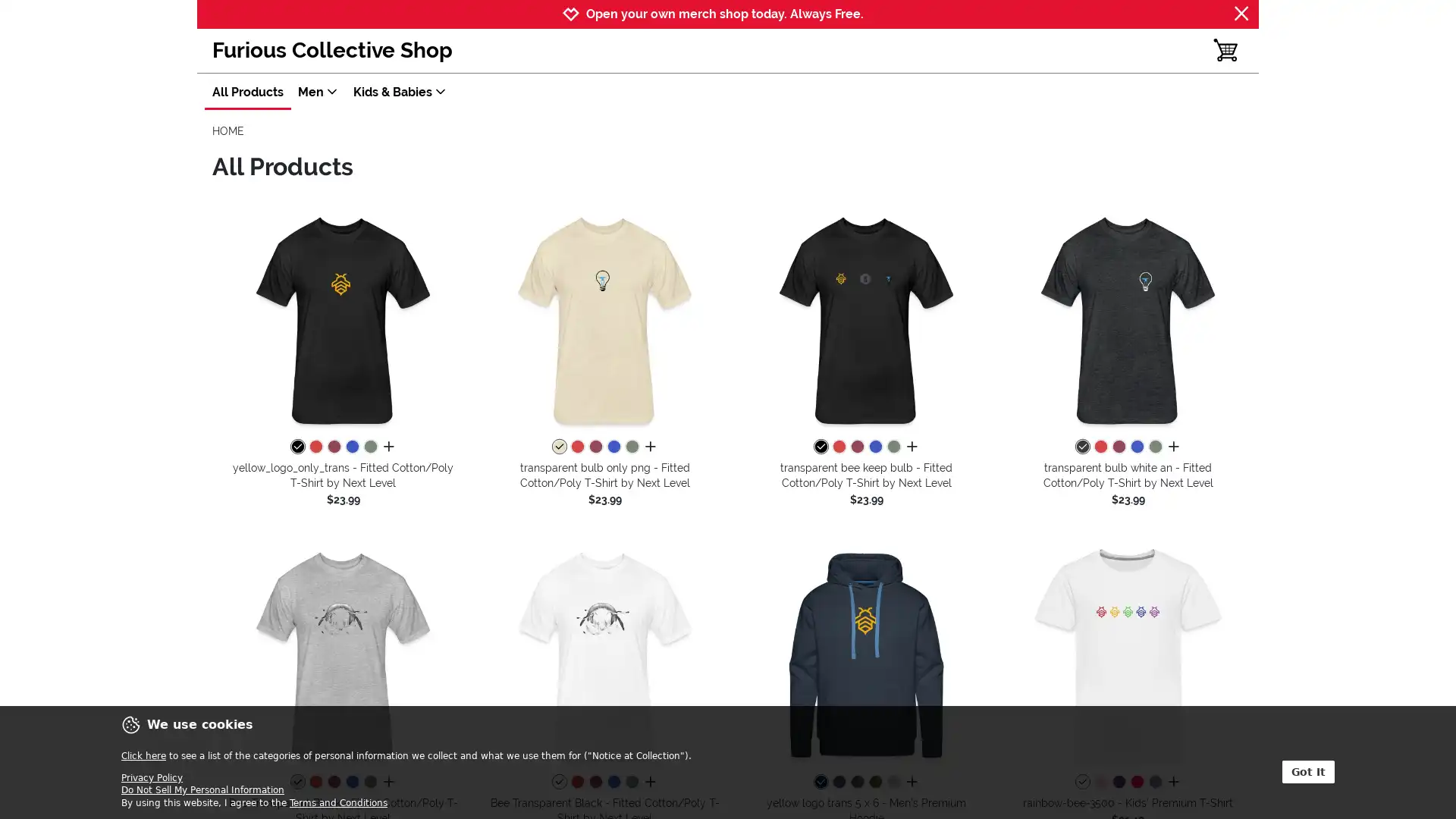 The width and height of the screenshot is (1456, 819). What do you see at coordinates (595, 447) in the screenshot?
I see `heather burgundy` at bounding box center [595, 447].